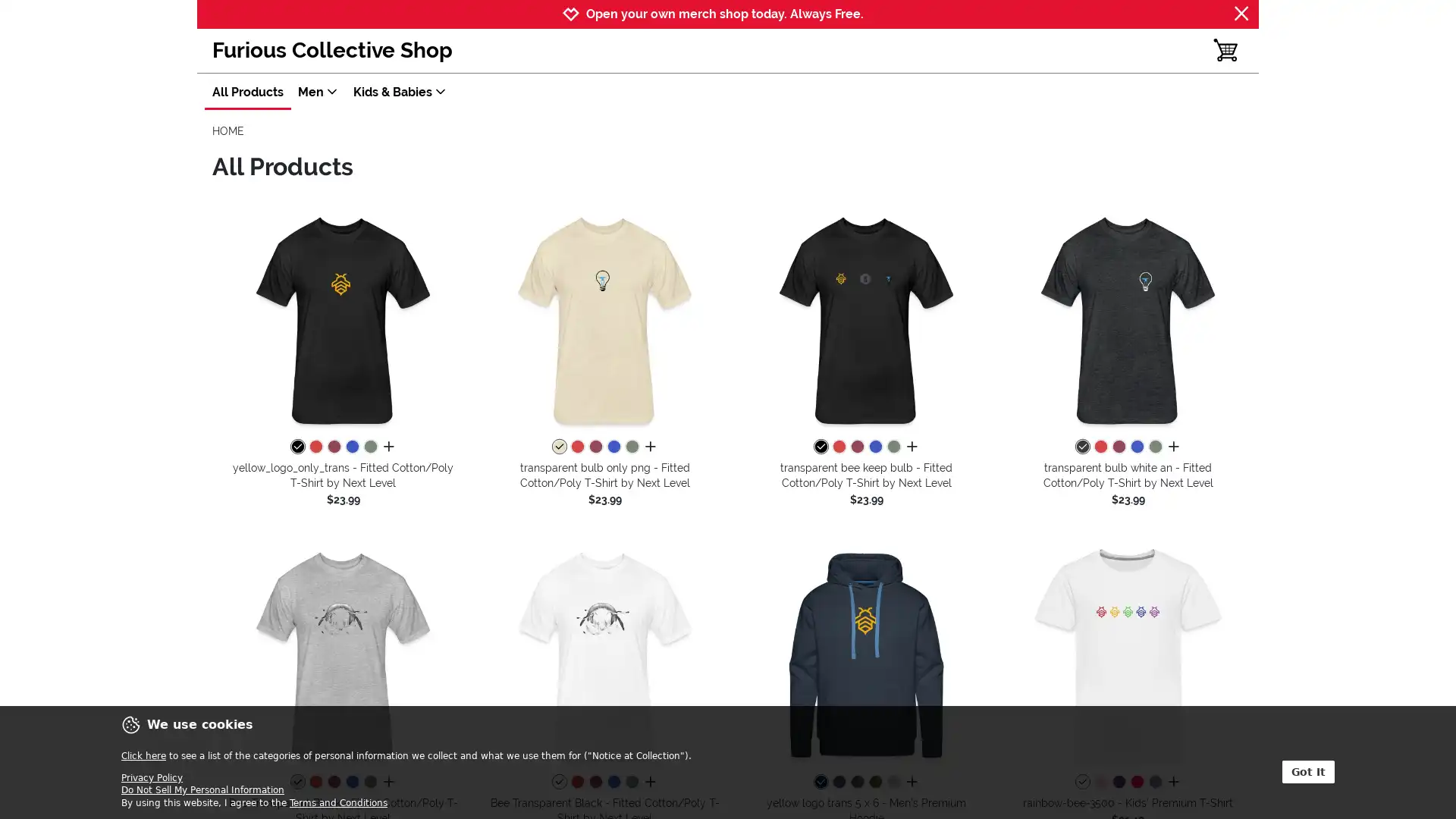 The width and height of the screenshot is (1456, 819). What do you see at coordinates (595, 447) in the screenshot?
I see `heather burgundy` at bounding box center [595, 447].